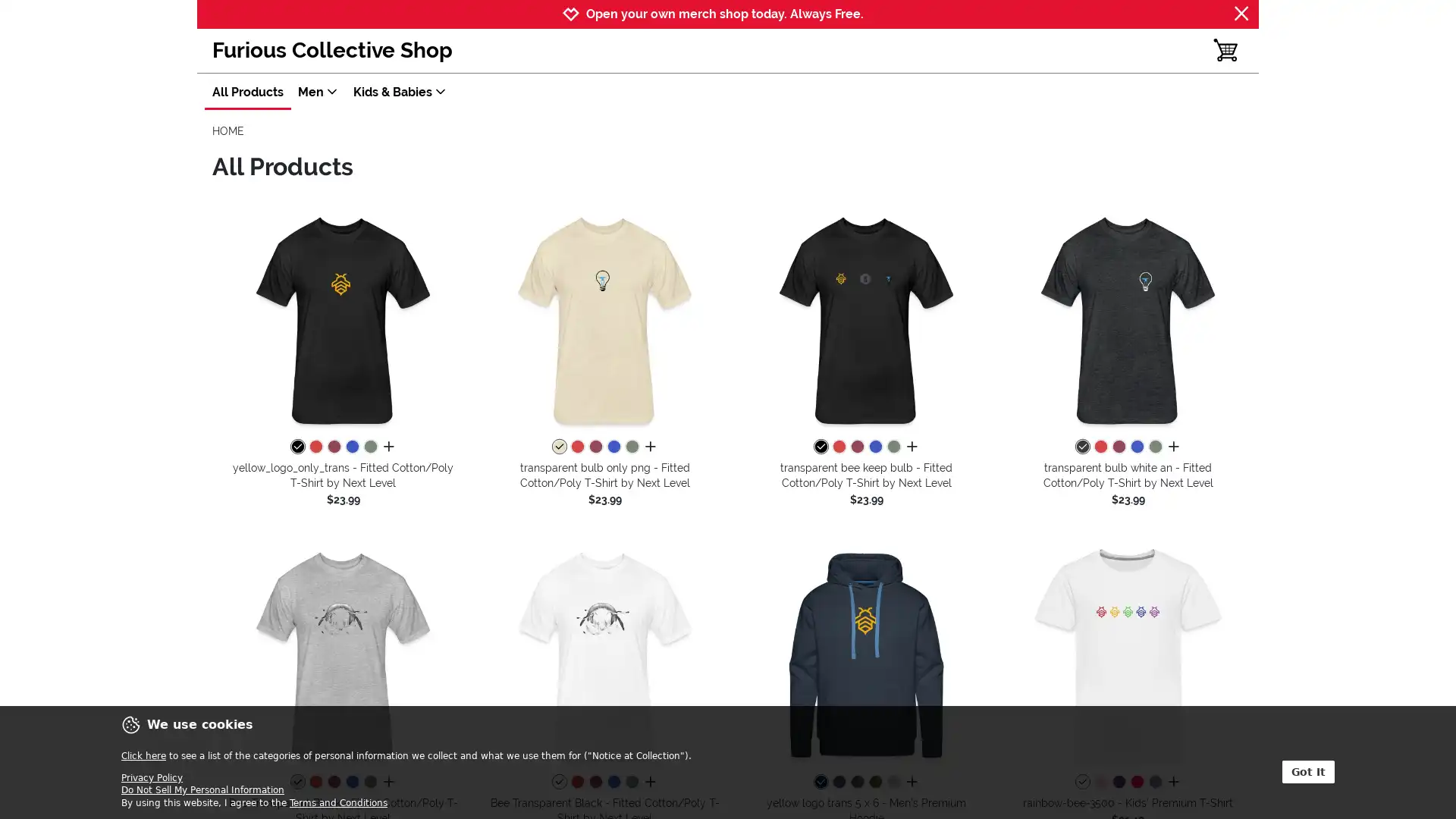 The width and height of the screenshot is (1456, 819). What do you see at coordinates (595, 447) in the screenshot?
I see `heather burgundy` at bounding box center [595, 447].